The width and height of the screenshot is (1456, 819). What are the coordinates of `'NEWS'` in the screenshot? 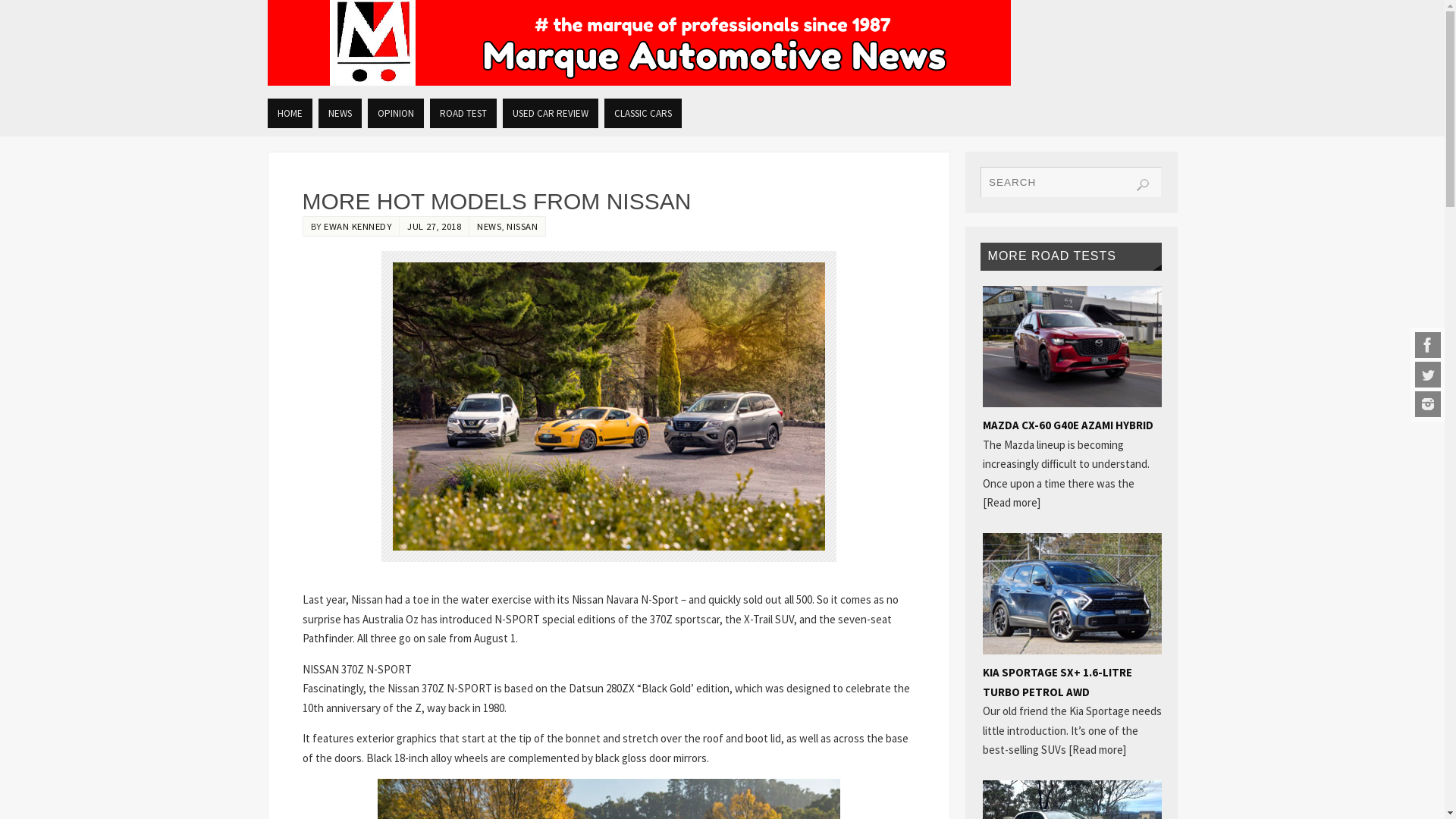 It's located at (488, 225).